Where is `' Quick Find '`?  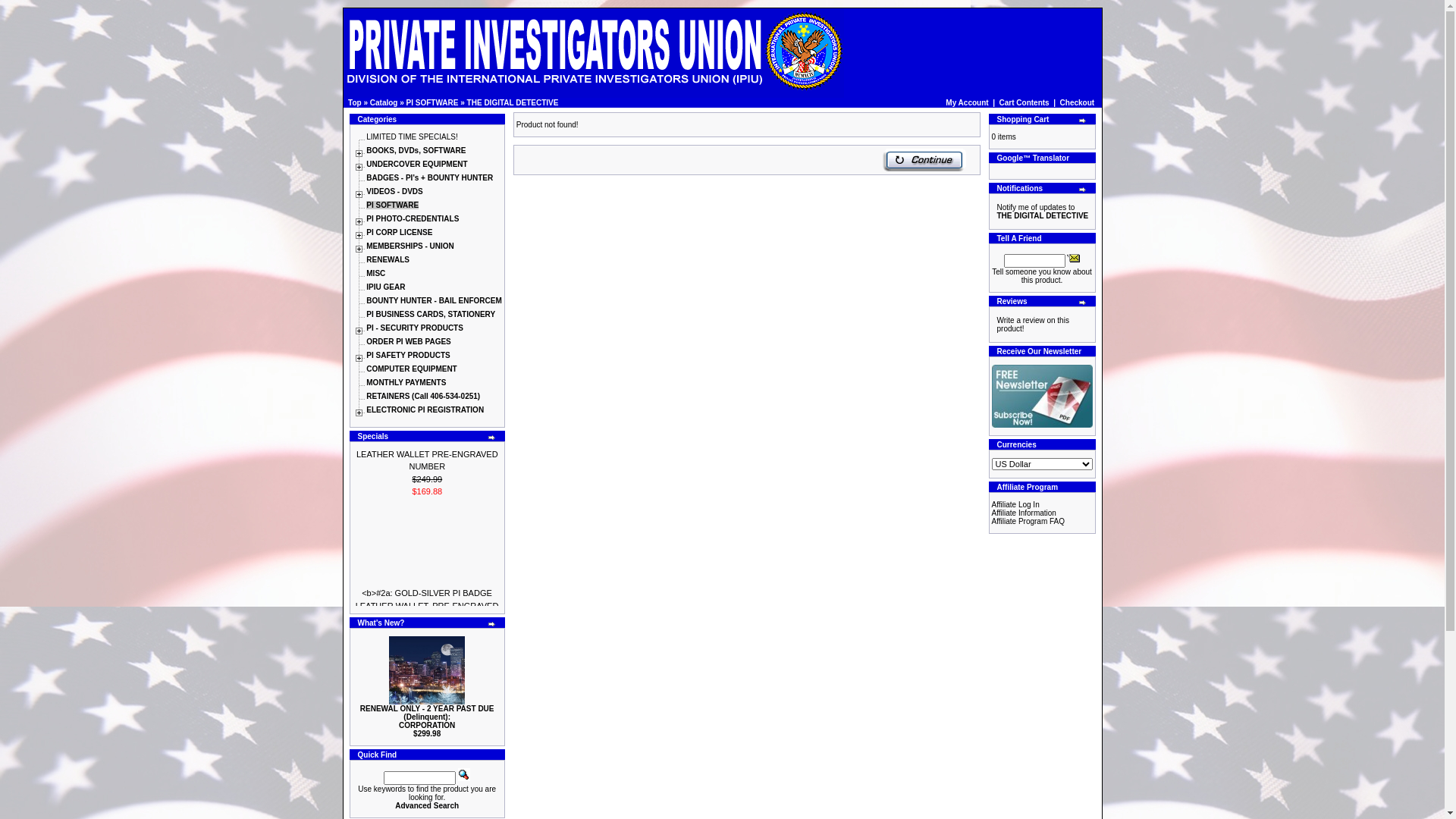 ' Quick Find ' is located at coordinates (463, 774).